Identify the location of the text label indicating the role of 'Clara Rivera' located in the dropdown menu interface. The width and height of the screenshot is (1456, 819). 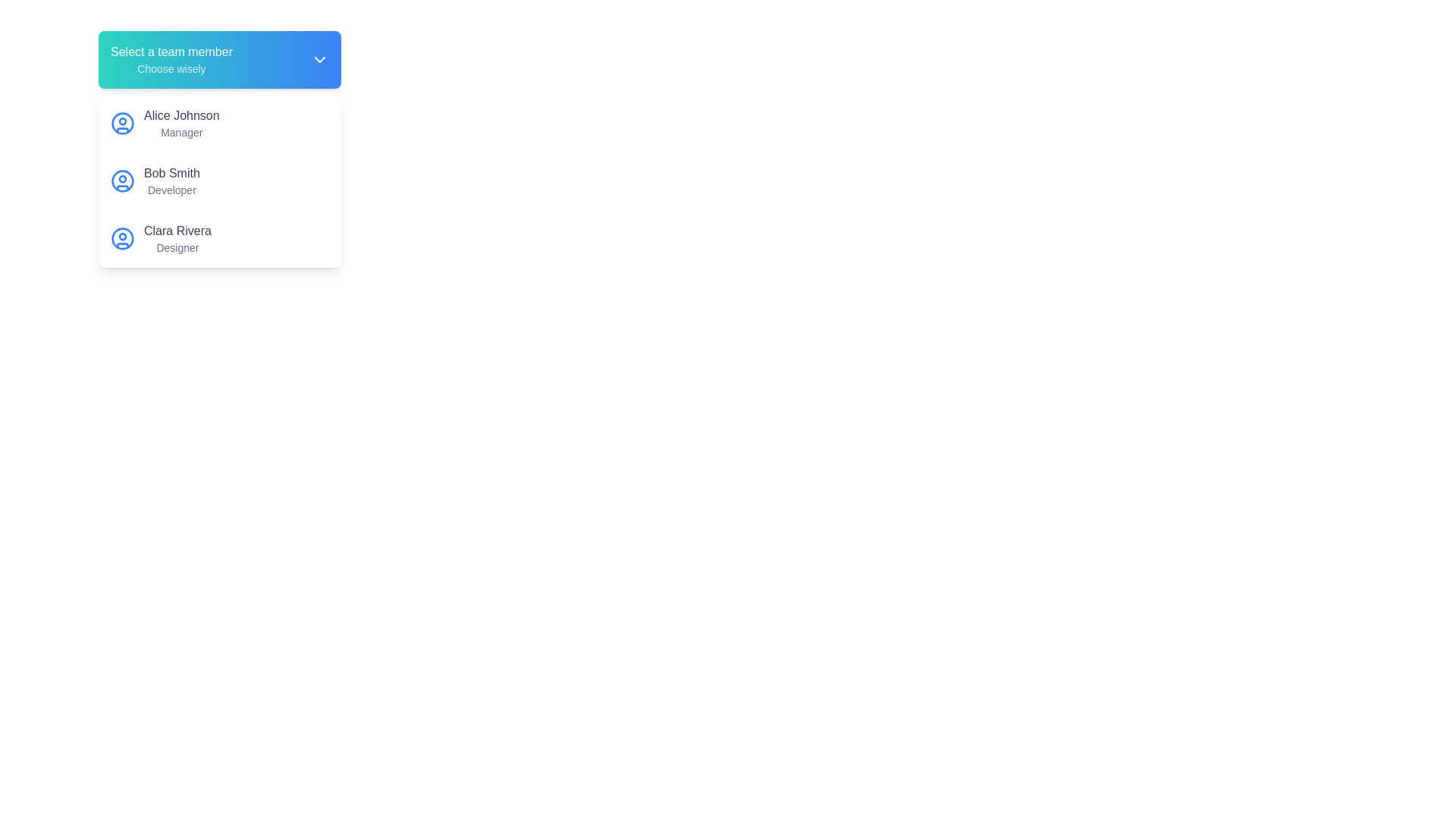
(177, 247).